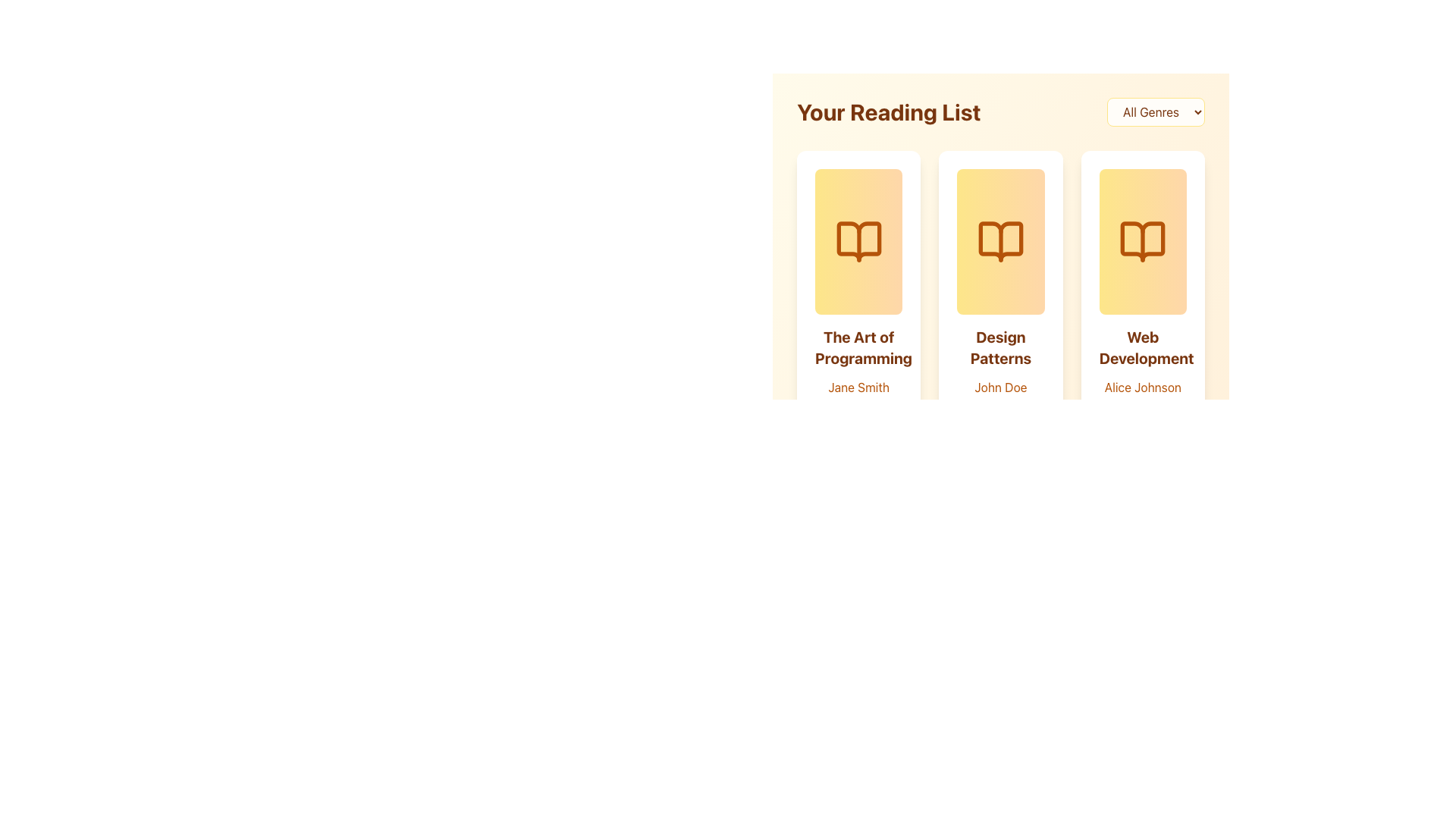 This screenshot has height=819, width=1456. Describe the element at coordinates (1001, 241) in the screenshot. I see `the amber book-shaped icon with an open book design, prominently displayed on the second rounded rectangular card in the reading list interface` at that location.